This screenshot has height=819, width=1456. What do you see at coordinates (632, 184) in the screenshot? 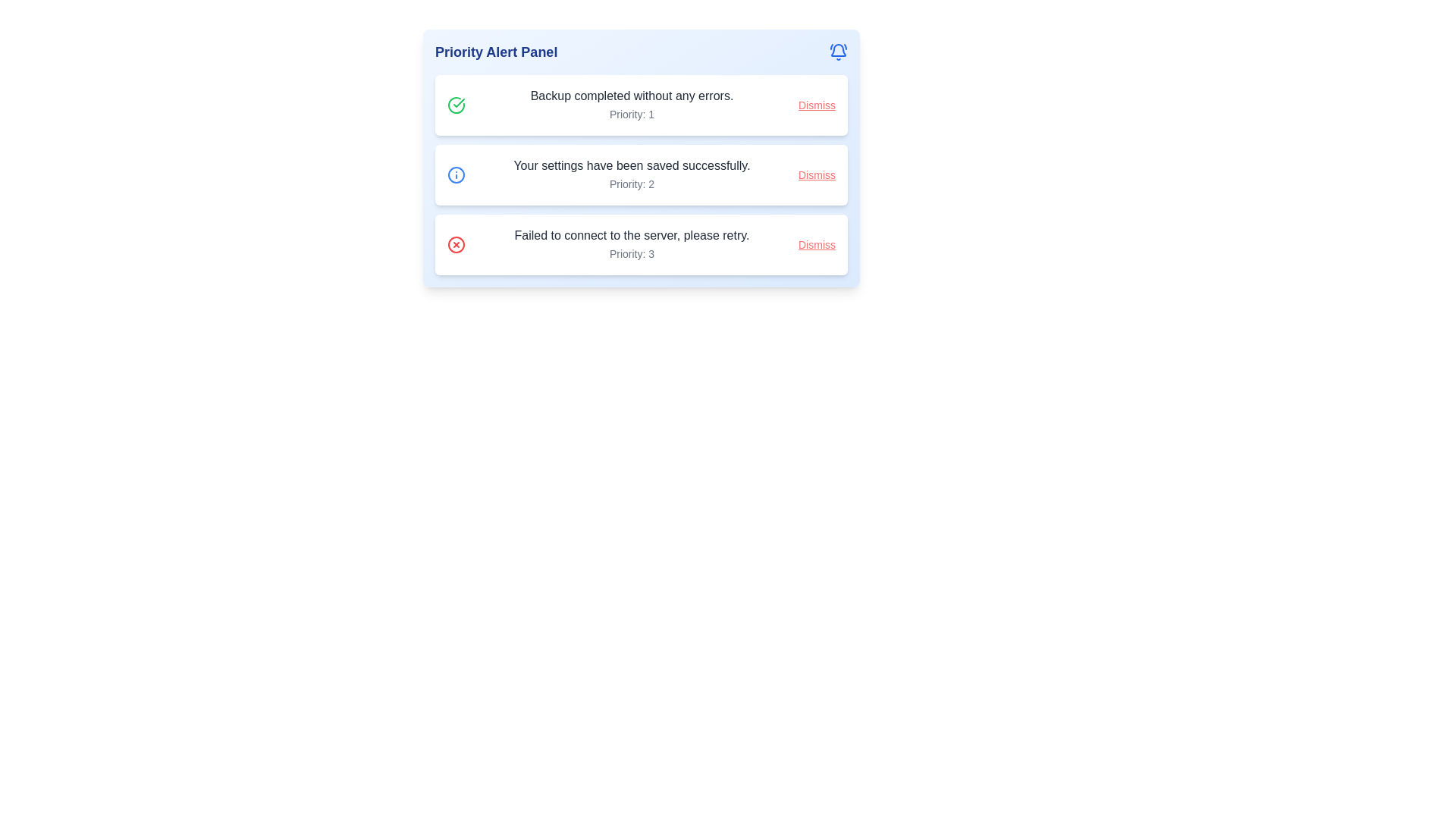
I see `the static text element that displays the priority level of the notification message, located below the message 'Your settings have been saved successfully.' in the middle notification card` at bounding box center [632, 184].